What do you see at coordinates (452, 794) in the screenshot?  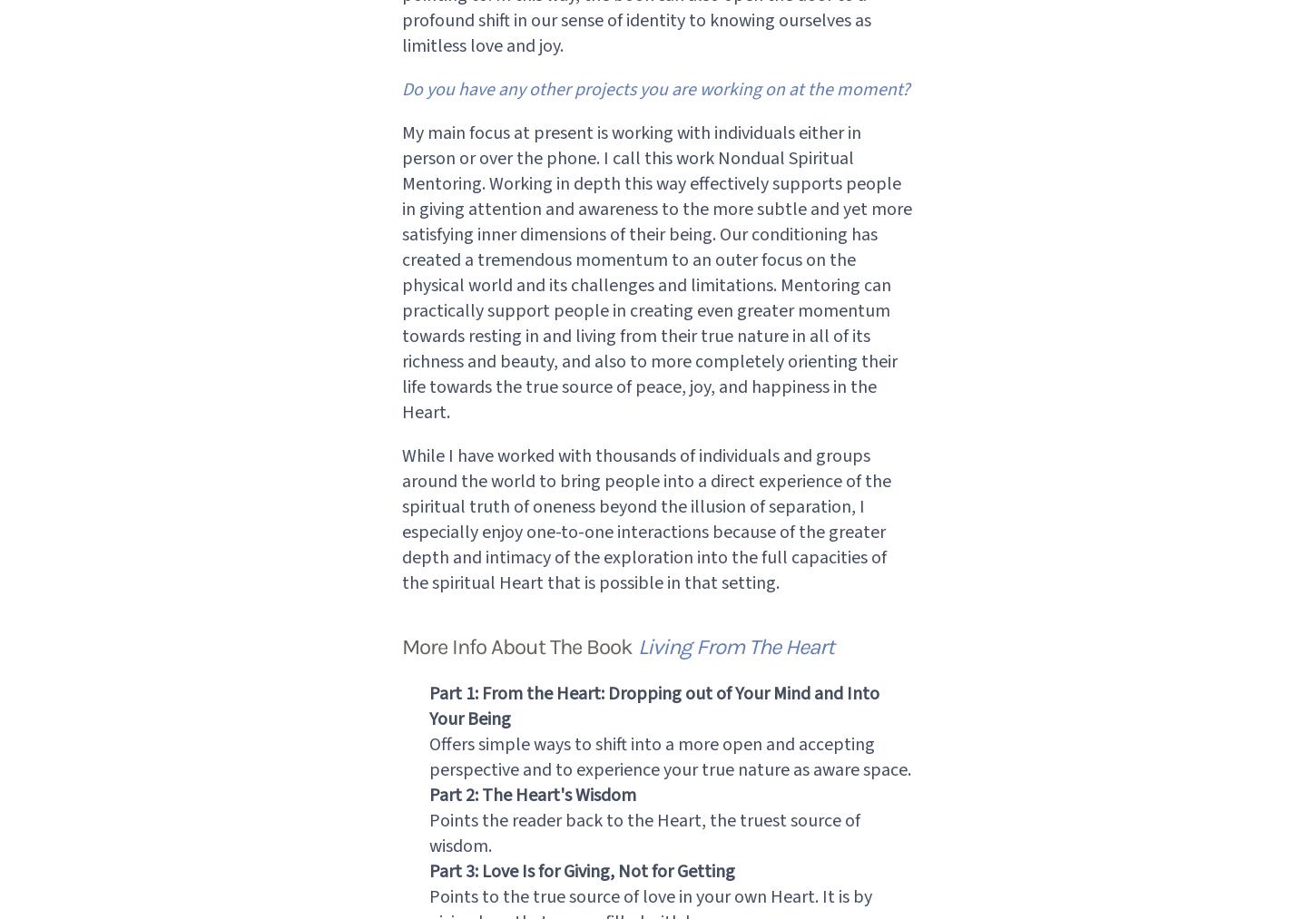 I see `'Part 2:'` at bounding box center [452, 794].